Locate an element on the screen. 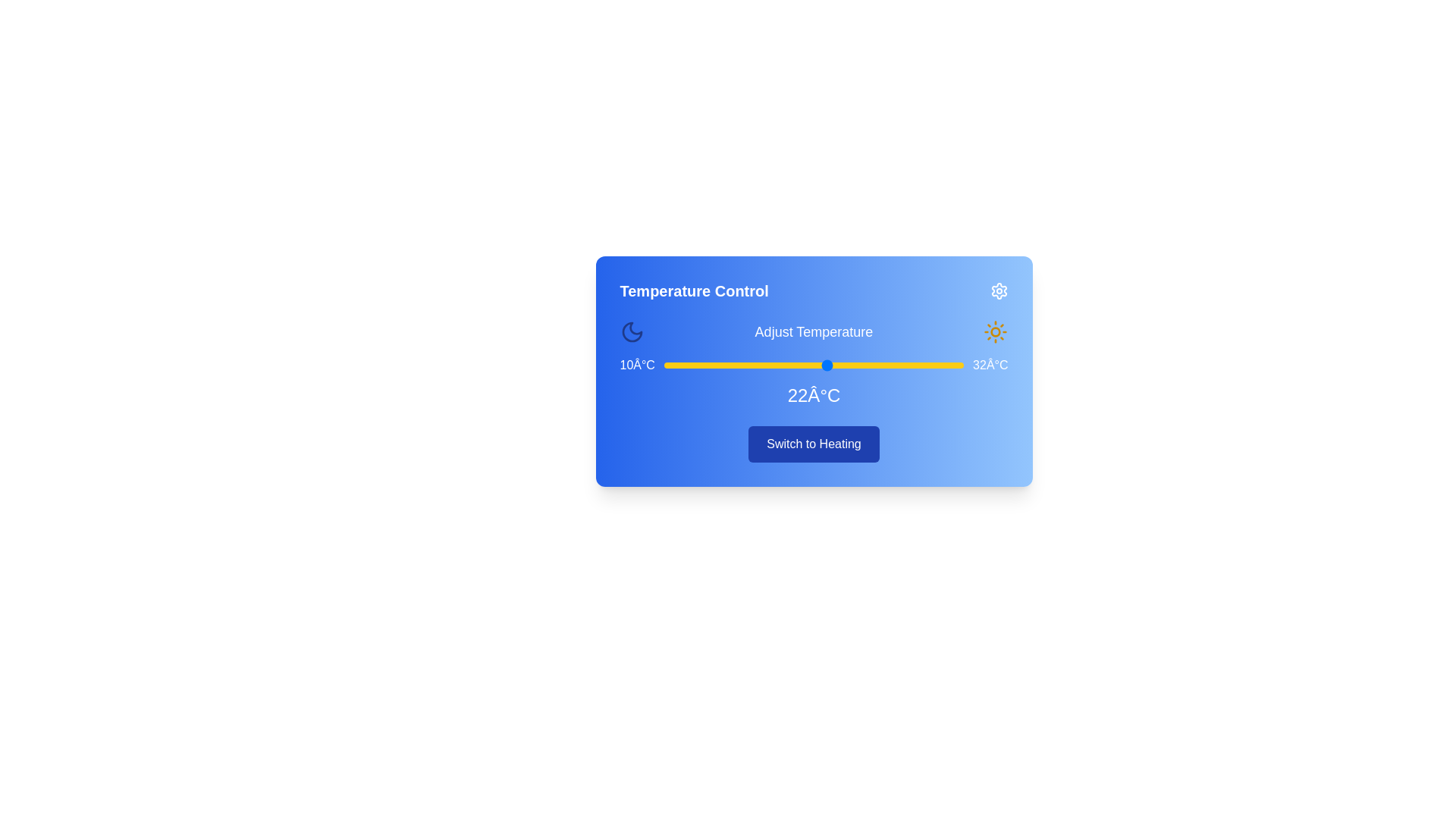 The width and height of the screenshot is (1456, 819). the temperature to 15°C by sliding the temperature slider is located at coordinates (732, 366).